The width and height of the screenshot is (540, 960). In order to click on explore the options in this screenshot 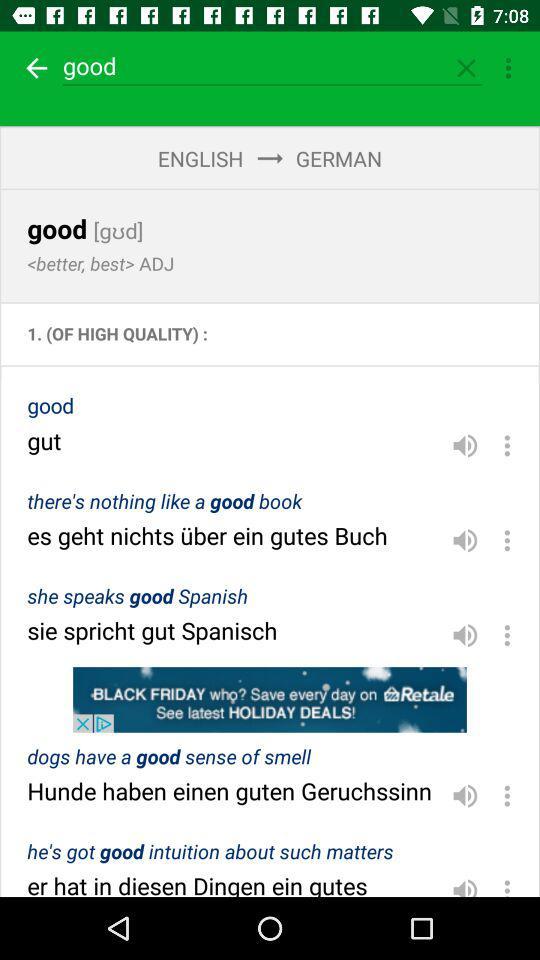, I will do `click(507, 634)`.